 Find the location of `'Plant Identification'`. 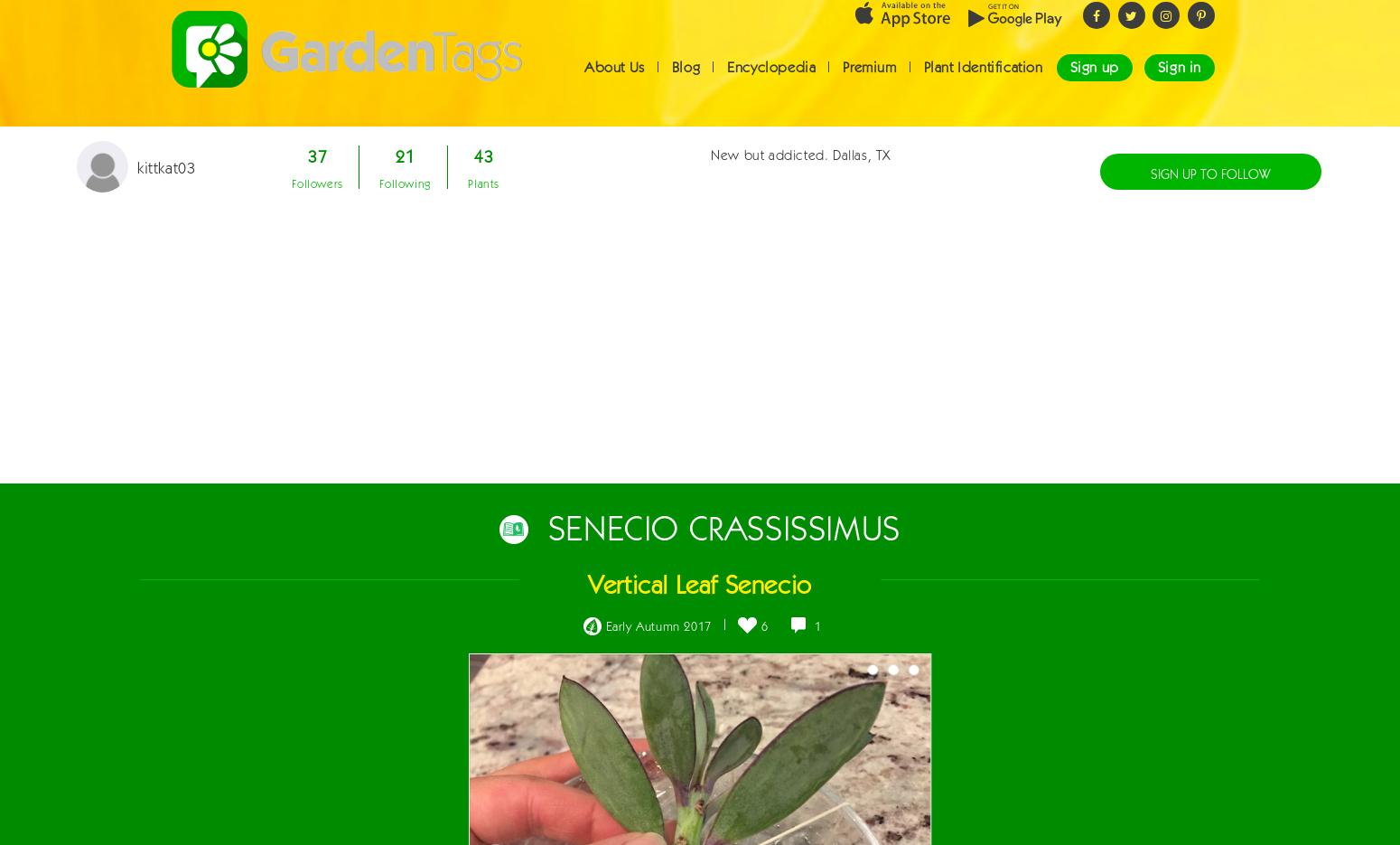

'Plant Identification' is located at coordinates (981, 82).